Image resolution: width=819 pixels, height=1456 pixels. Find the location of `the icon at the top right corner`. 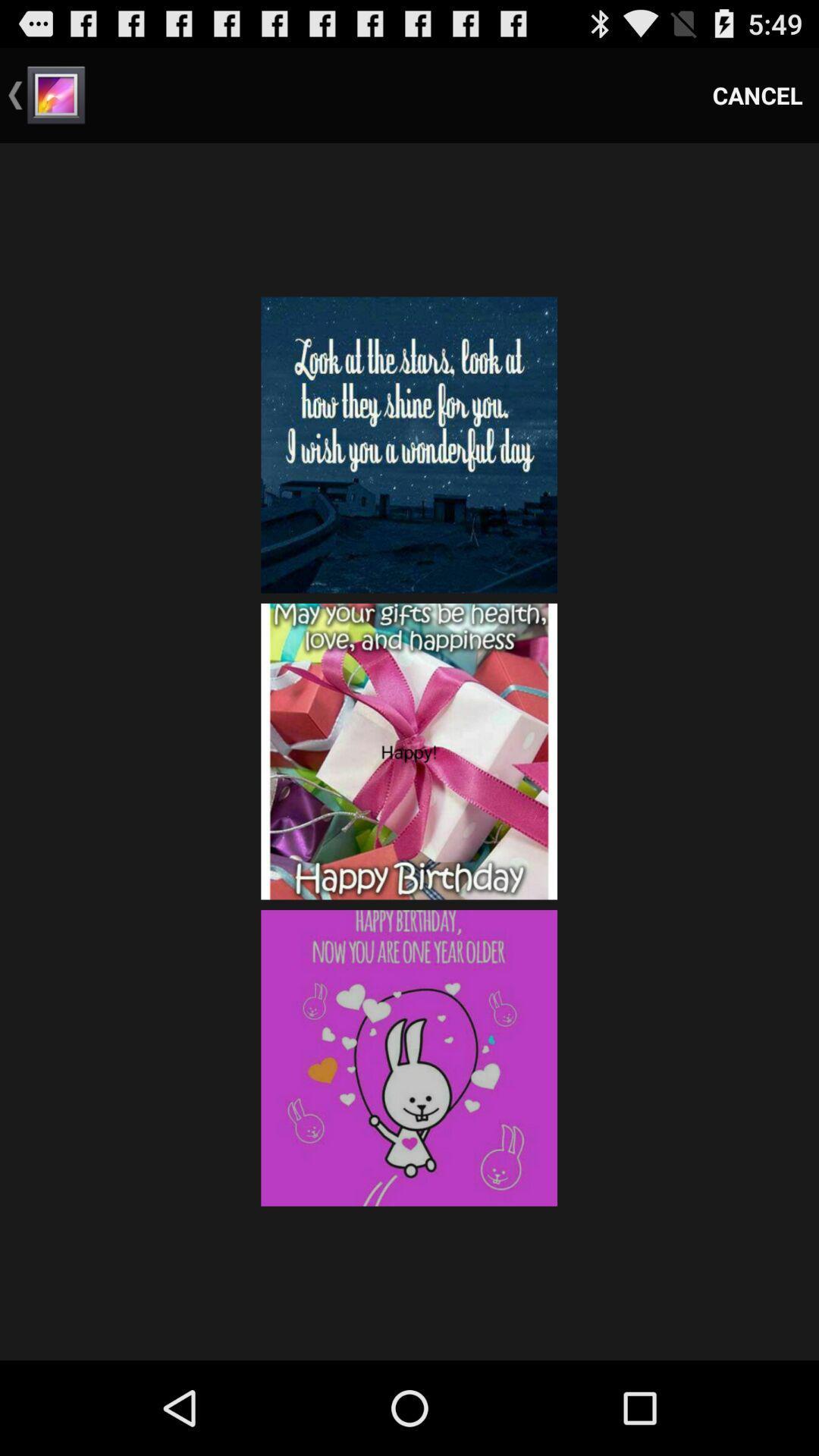

the icon at the top right corner is located at coordinates (758, 94).